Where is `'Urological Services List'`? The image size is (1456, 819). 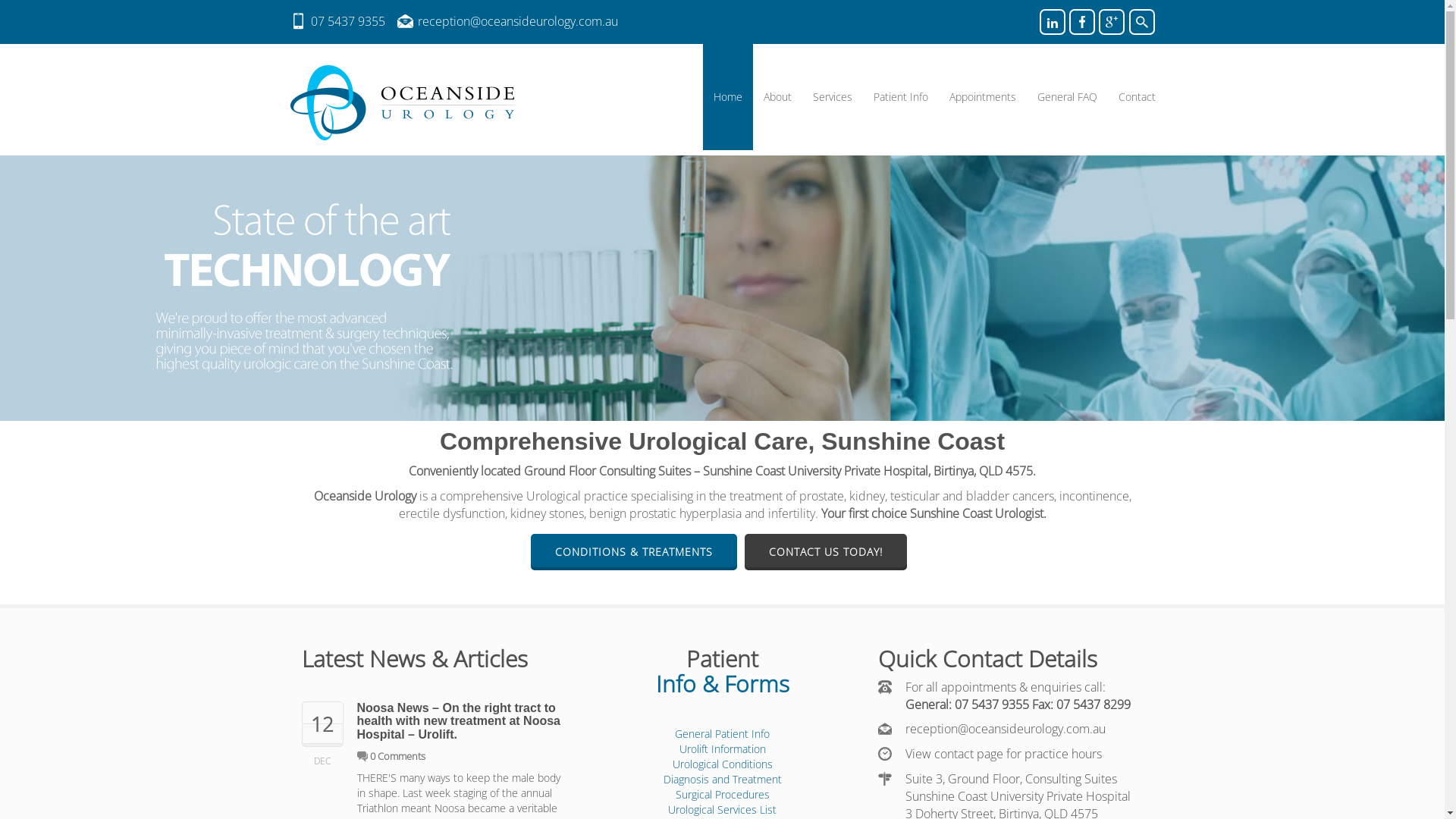 'Urological Services List' is located at coordinates (667, 808).